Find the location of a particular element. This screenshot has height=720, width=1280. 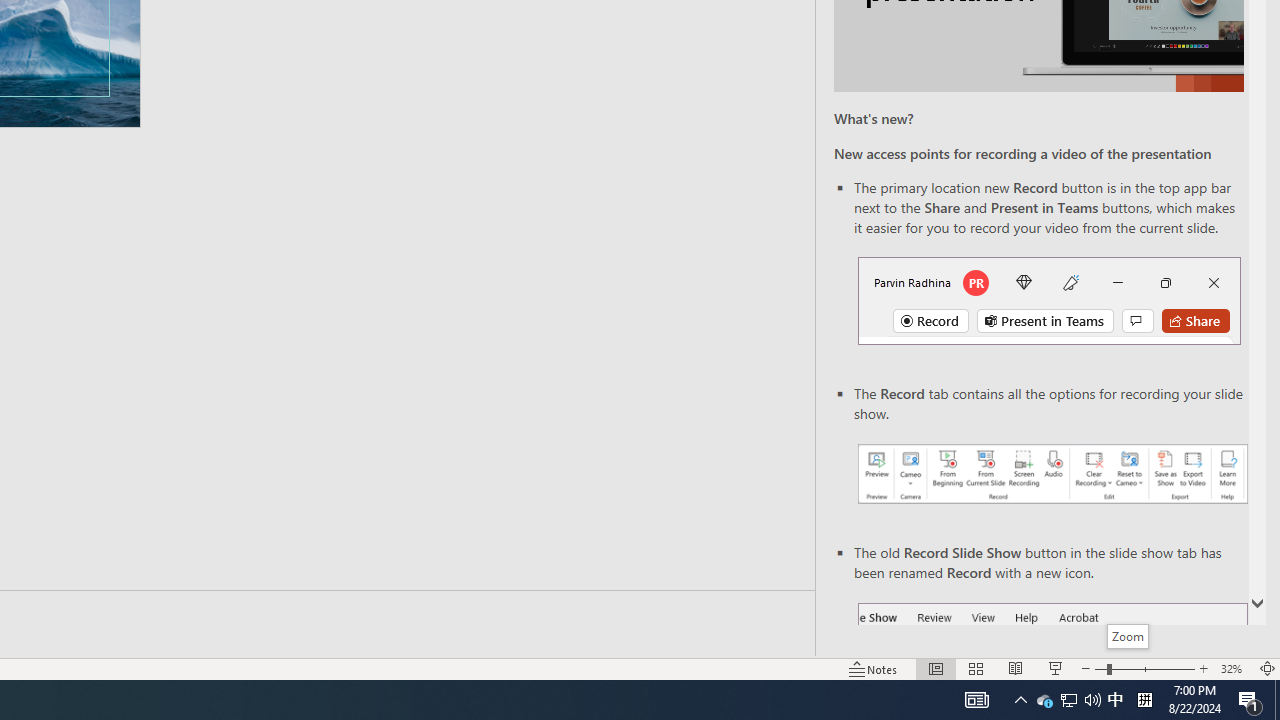

'Record your presentations screenshot one' is located at coordinates (1051, 474).